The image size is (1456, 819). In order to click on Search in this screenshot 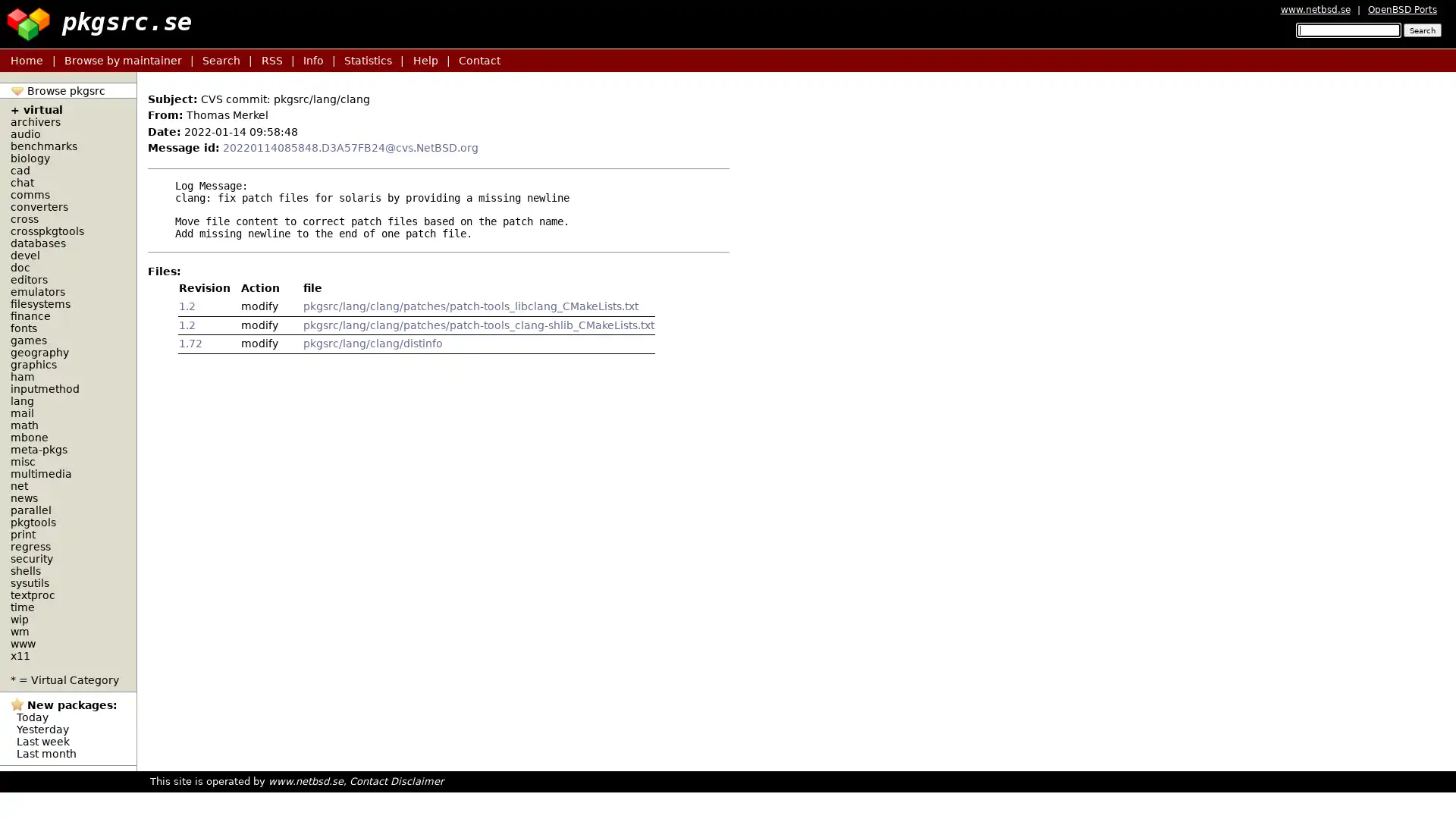, I will do `click(1421, 30)`.